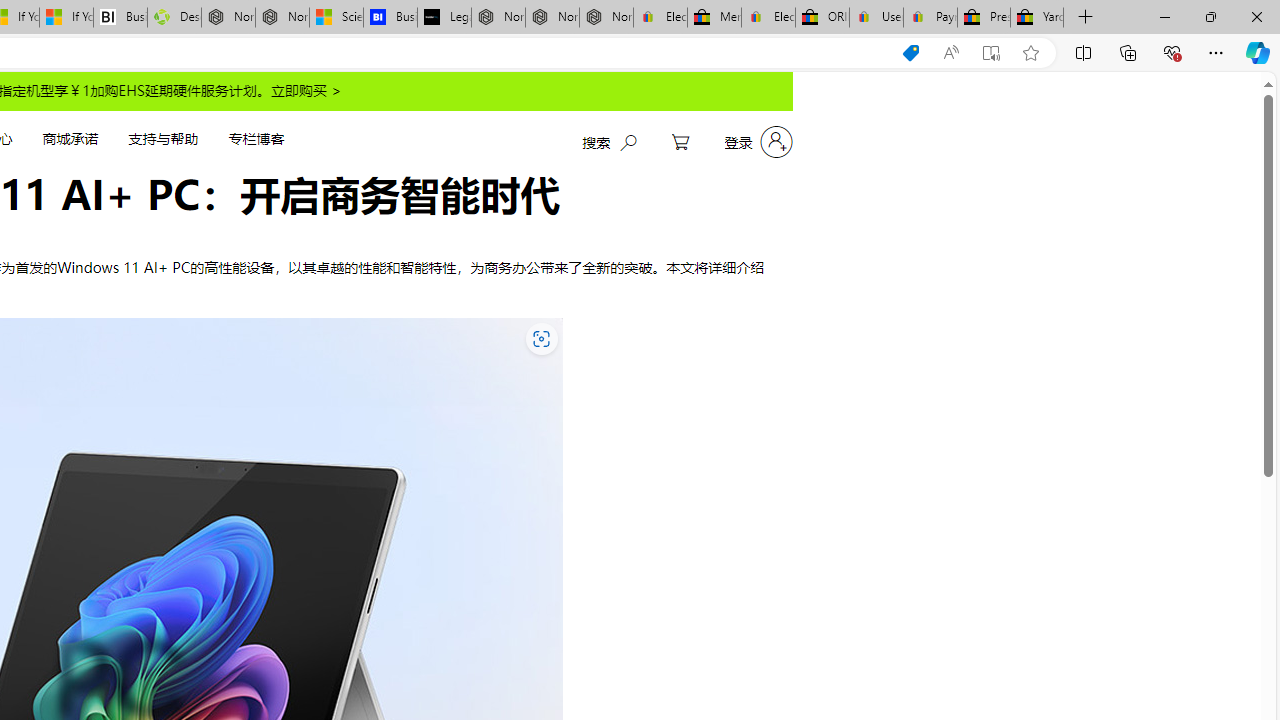 The height and width of the screenshot is (720, 1280). What do you see at coordinates (983, 17) in the screenshot?
I see `'Press Room - eBay Inc.'` at bounding box center [983, 17].